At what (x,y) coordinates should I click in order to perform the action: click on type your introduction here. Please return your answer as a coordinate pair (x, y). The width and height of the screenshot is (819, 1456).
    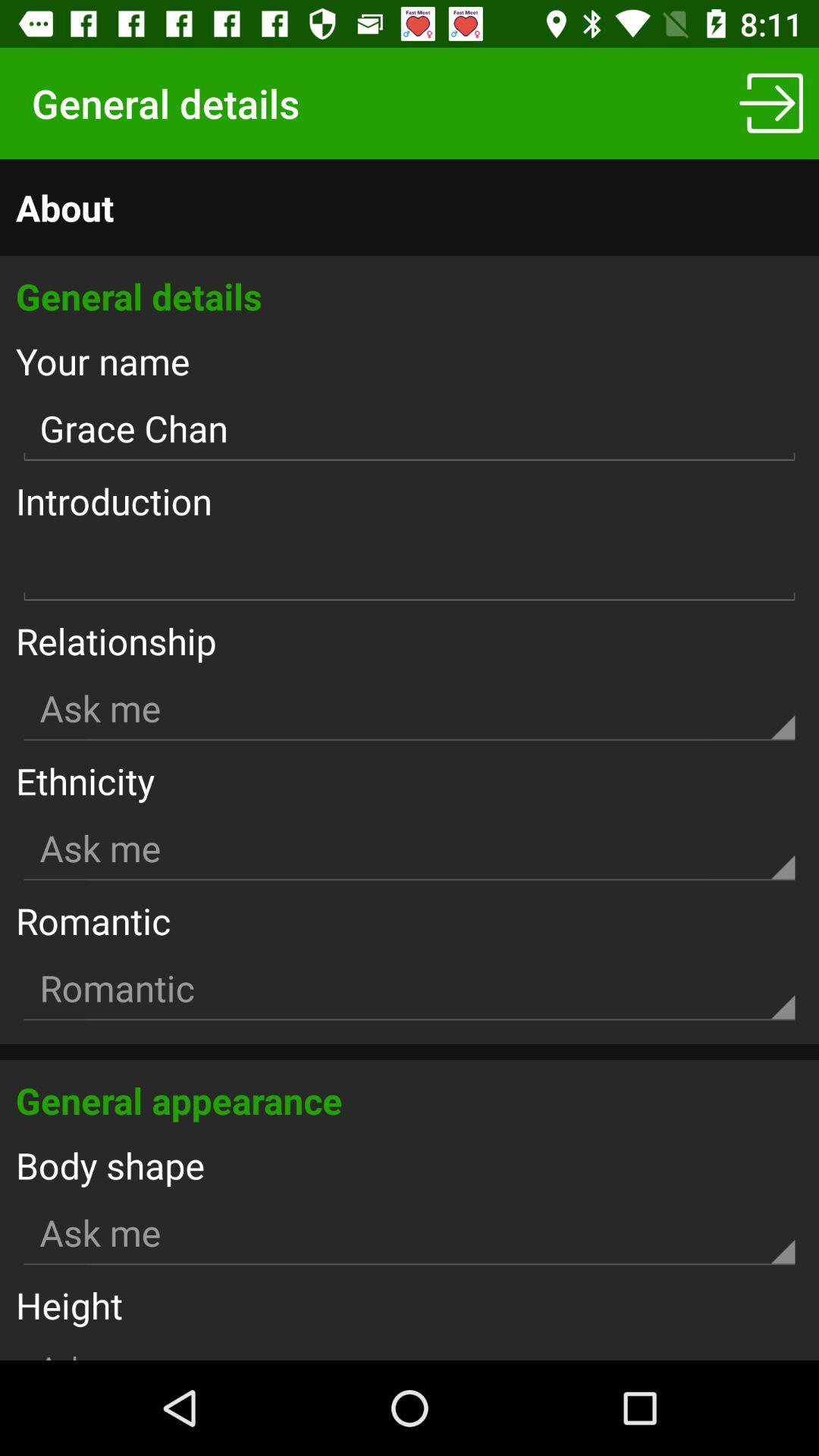
    Looking at the image, I should click on (409, 568).